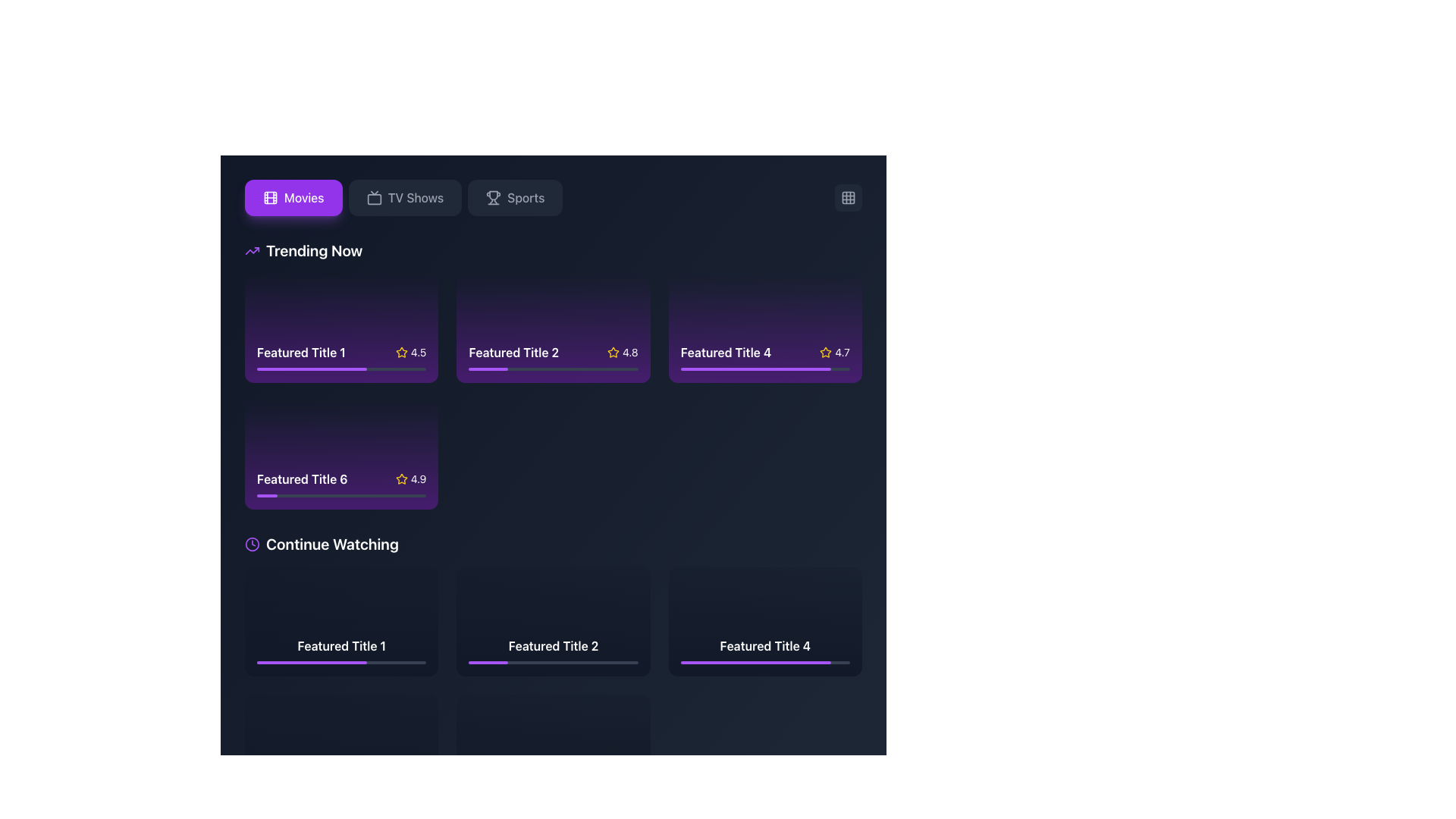 The height and width of the screenshot is (819, 1456). What do you see at coordinates (552, 667) in the screenshot?
I see `the second card in the 'Continue Watching' section` at bounding box center [552, 667].